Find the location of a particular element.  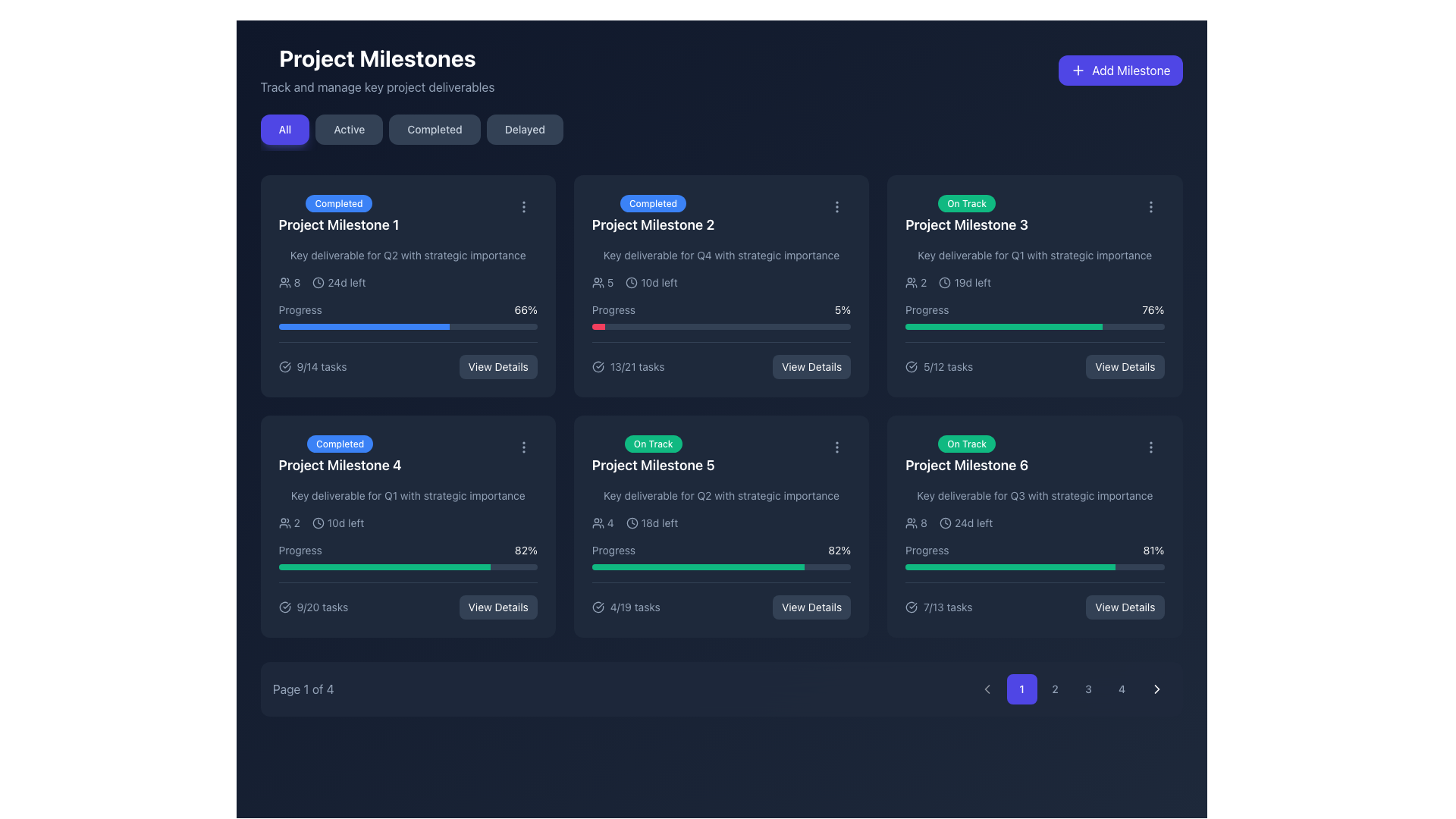

the completion status icon (SVG) that visually indicates the task completion for the milestone, located in the bottom section of the 'Project Milestone 1' card is located at coordinates (284, 366).